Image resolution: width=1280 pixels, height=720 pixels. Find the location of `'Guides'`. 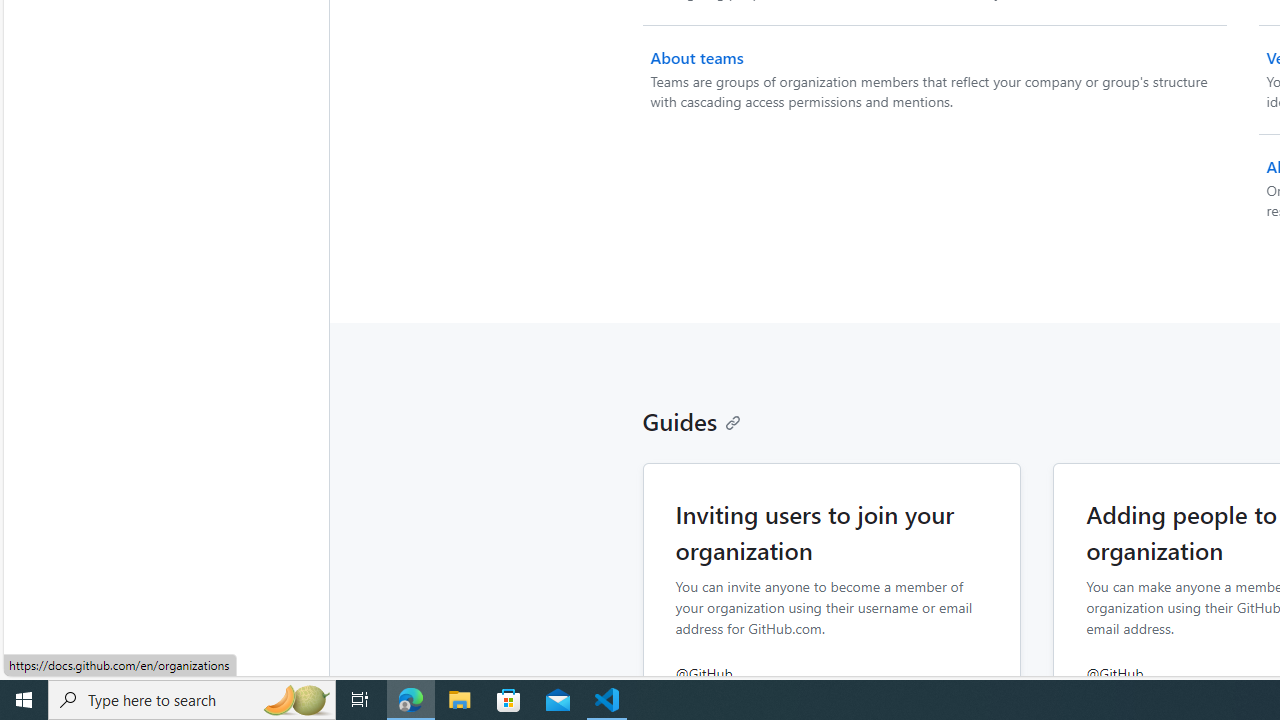

'Guides' is located at coordinates (692, 419).